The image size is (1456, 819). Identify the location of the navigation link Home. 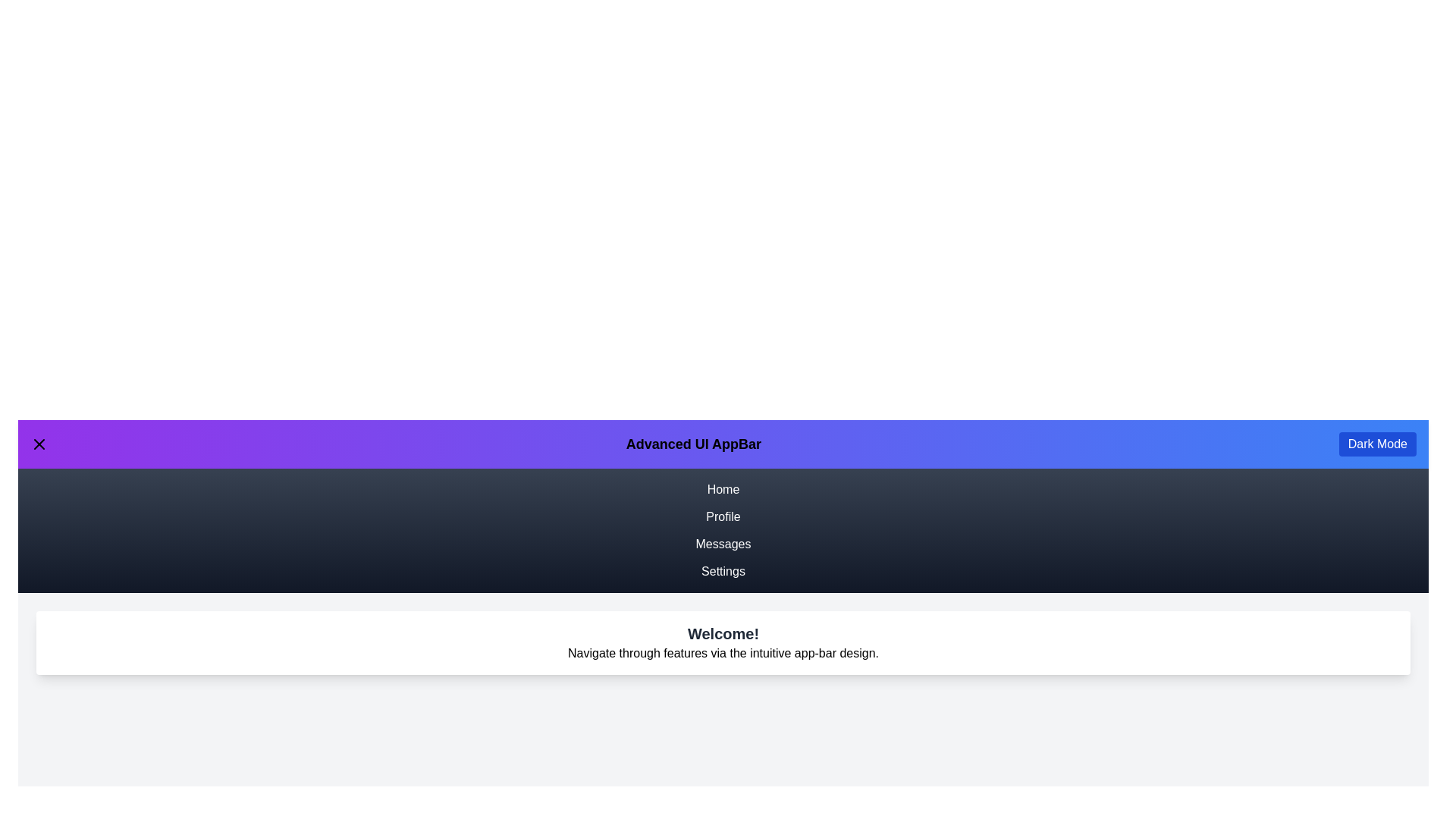
(723, 489).